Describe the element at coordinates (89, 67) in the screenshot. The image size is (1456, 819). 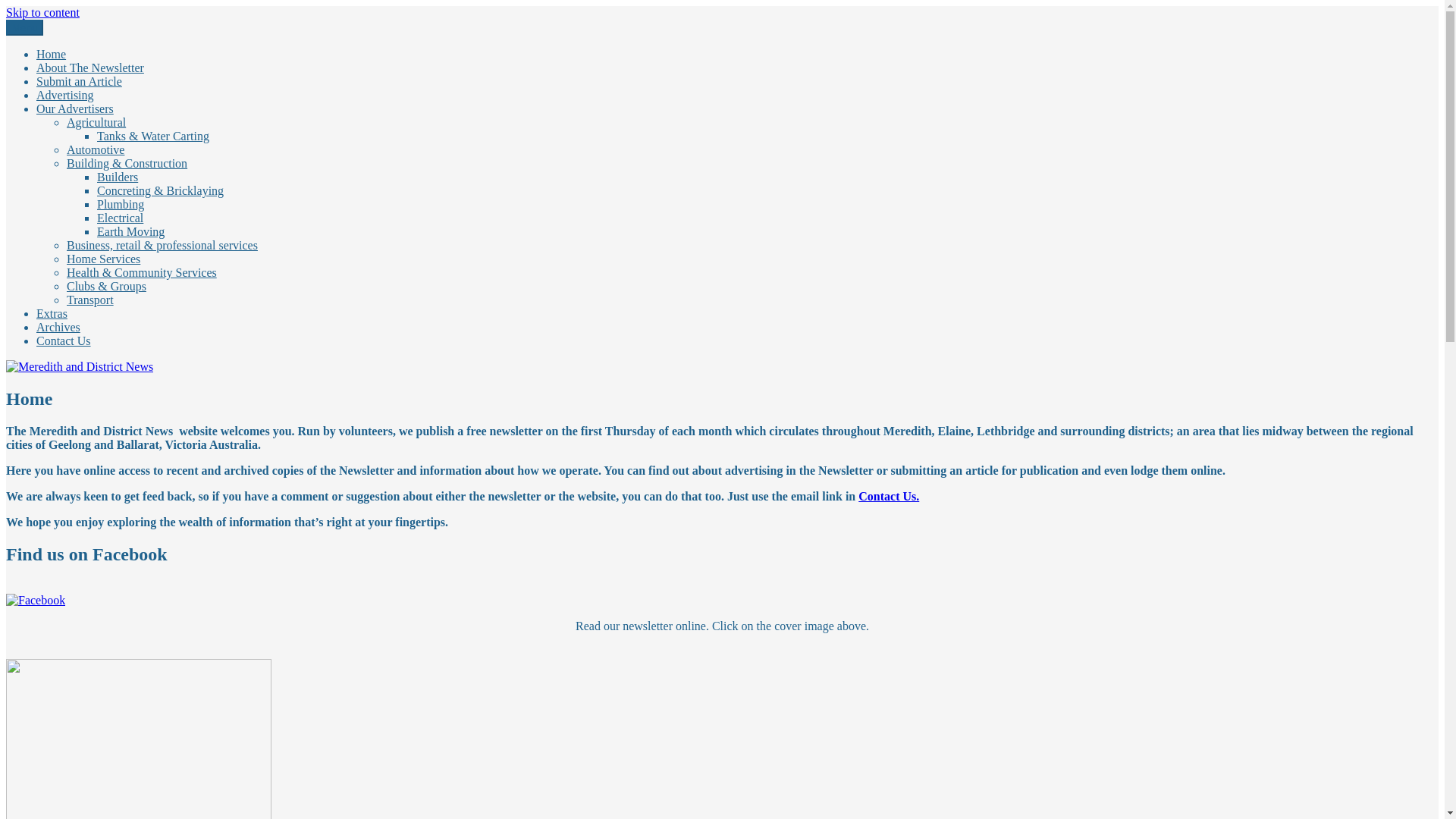
I see `'About The Newsletter'` at that location.